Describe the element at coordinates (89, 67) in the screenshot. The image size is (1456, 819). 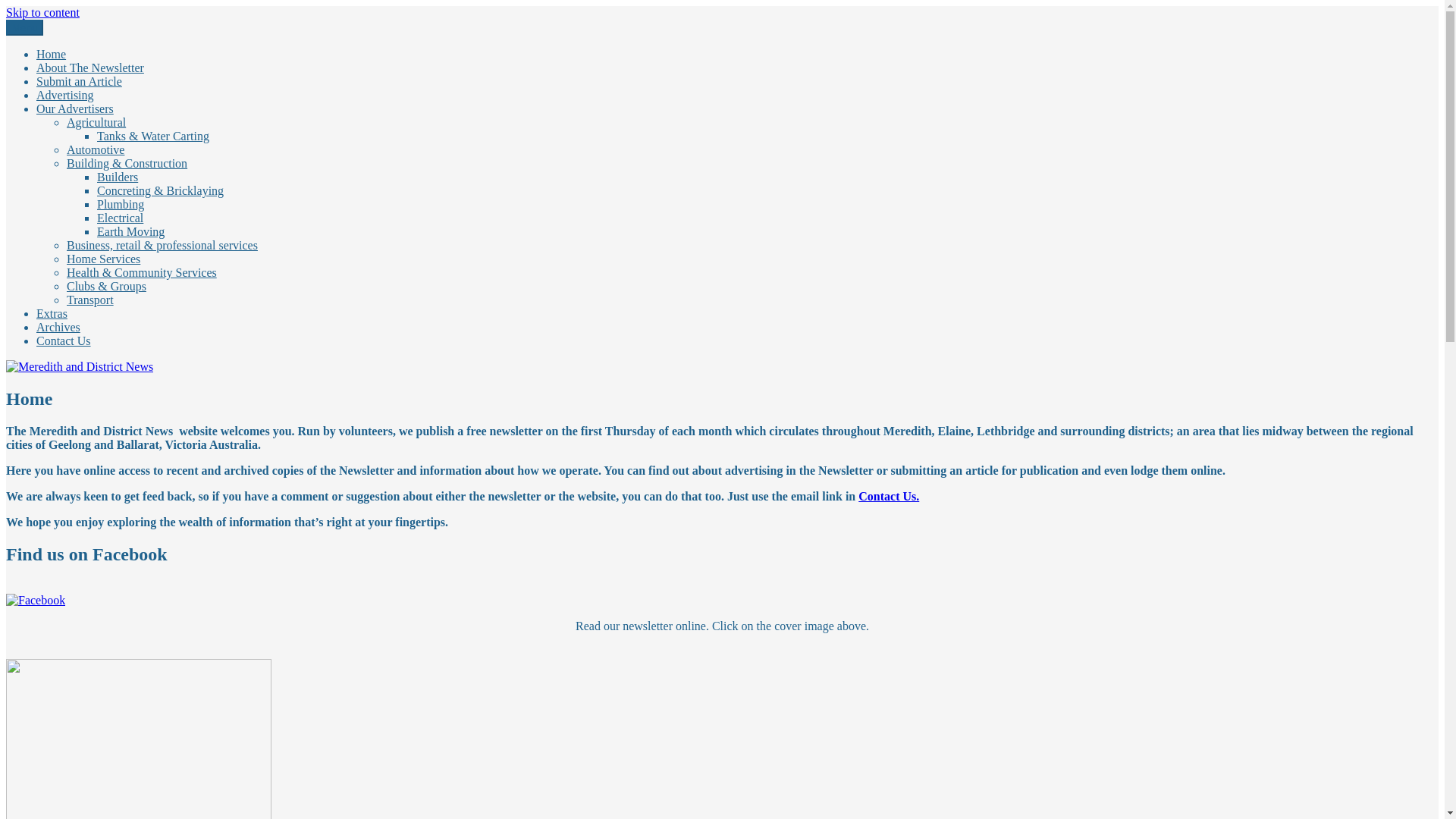
I see `'About The Newsletter'` at that location.